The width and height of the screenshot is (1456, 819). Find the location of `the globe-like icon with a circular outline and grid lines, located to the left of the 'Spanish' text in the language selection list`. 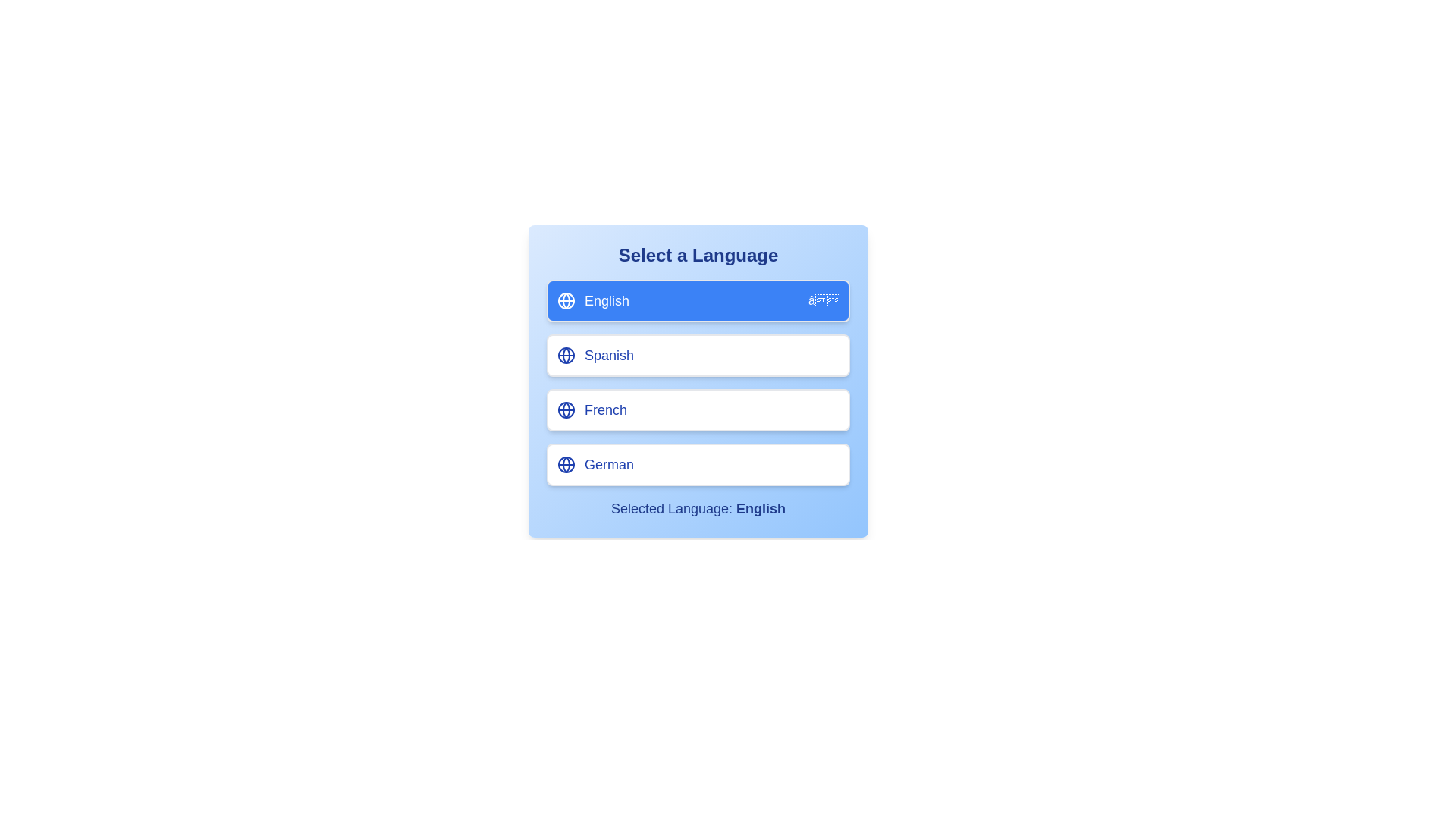

the globe-like icon with a circular outline and grid lines, located to the left of the 'Spanish' text in the language selection list is located at coordinates (566, 356).